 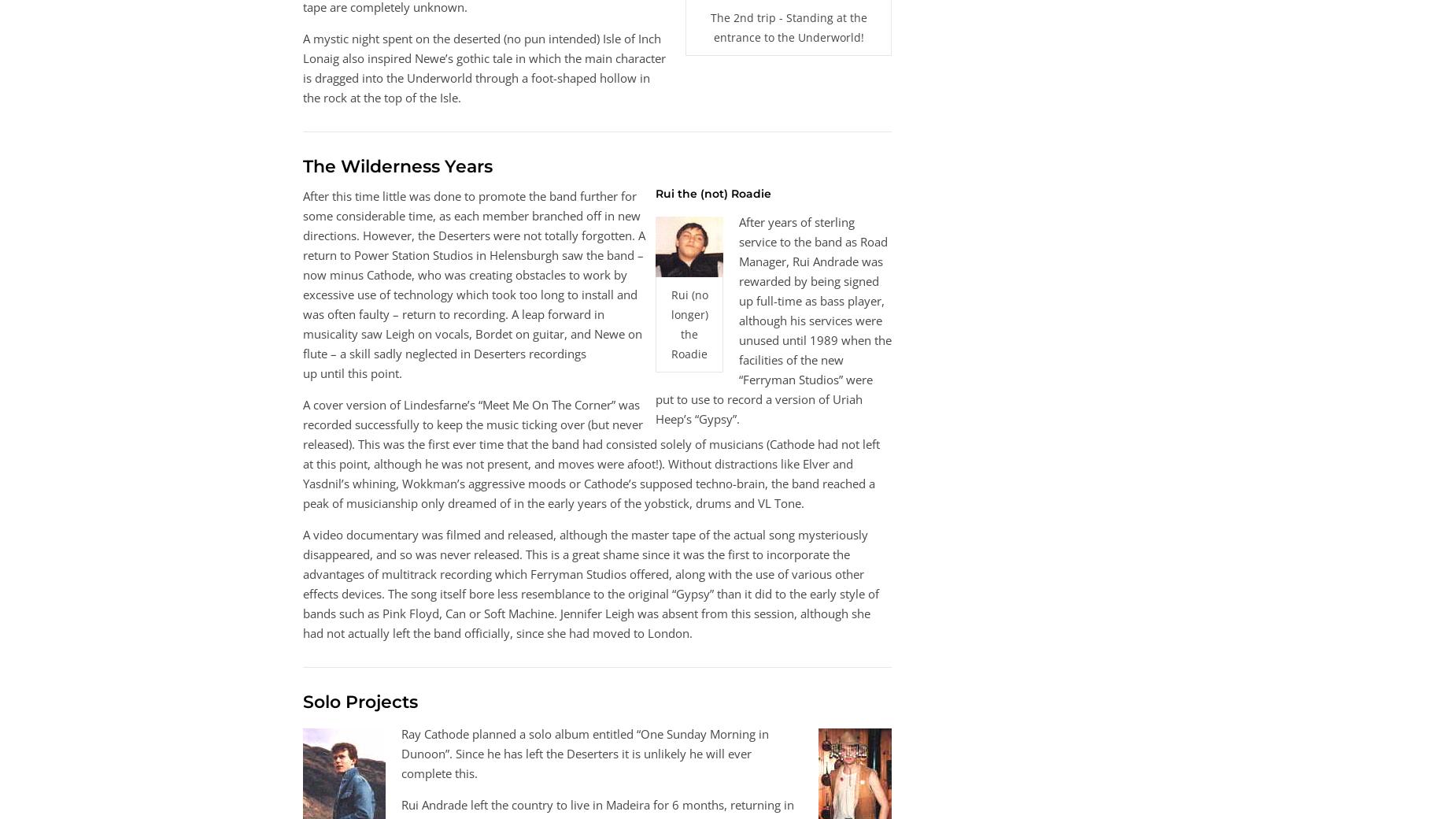 What do you see at coordinates (689, 324) in the screenshot?
I see `'Rui (no longer) the Roadie'` at bounding box center [689, 324].